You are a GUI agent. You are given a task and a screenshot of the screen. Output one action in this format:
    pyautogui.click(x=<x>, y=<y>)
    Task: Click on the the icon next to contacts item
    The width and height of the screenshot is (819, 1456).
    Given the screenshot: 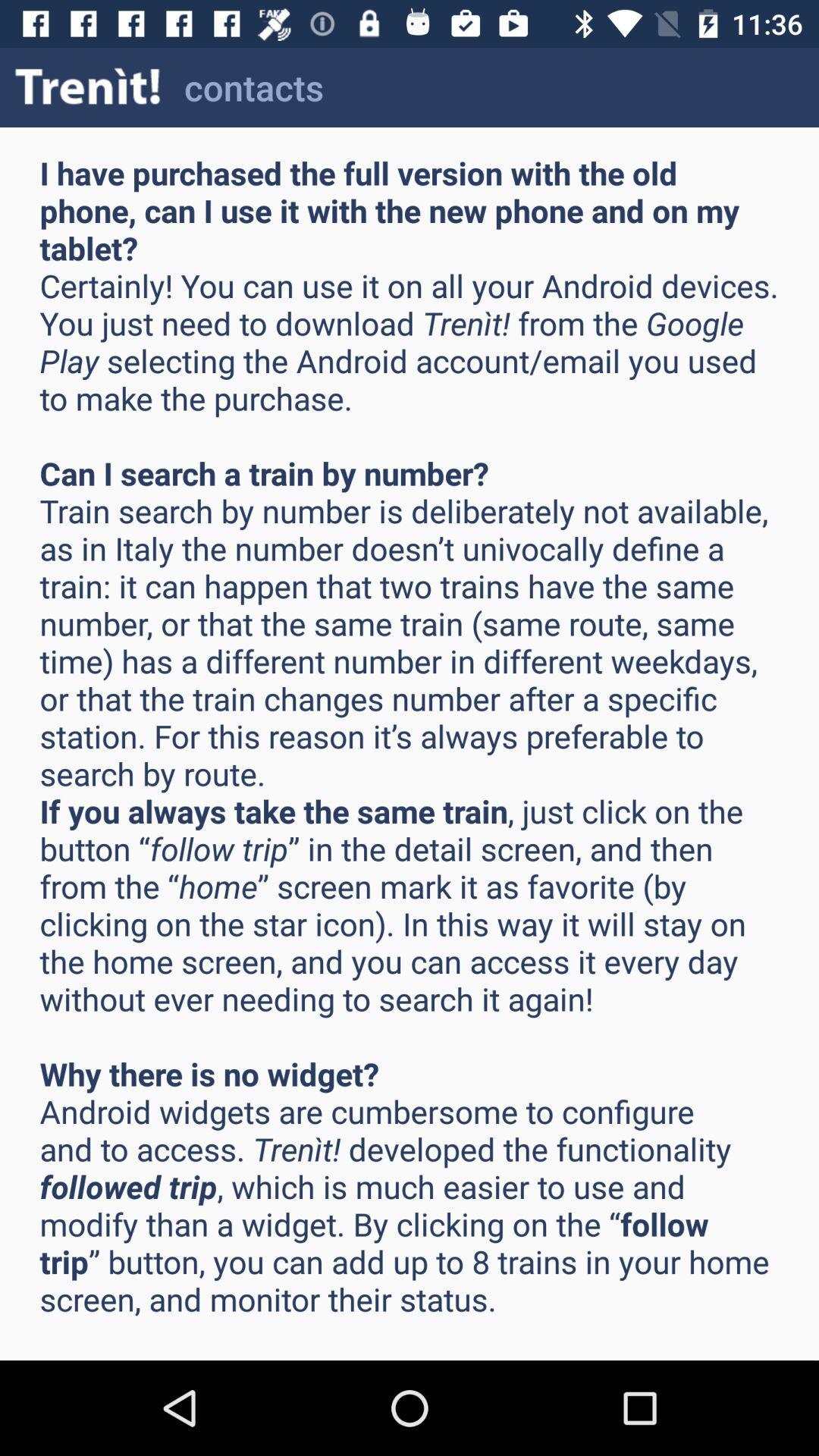 What is the action you would take?
    pyautogui.click(x=88, y=86)
    